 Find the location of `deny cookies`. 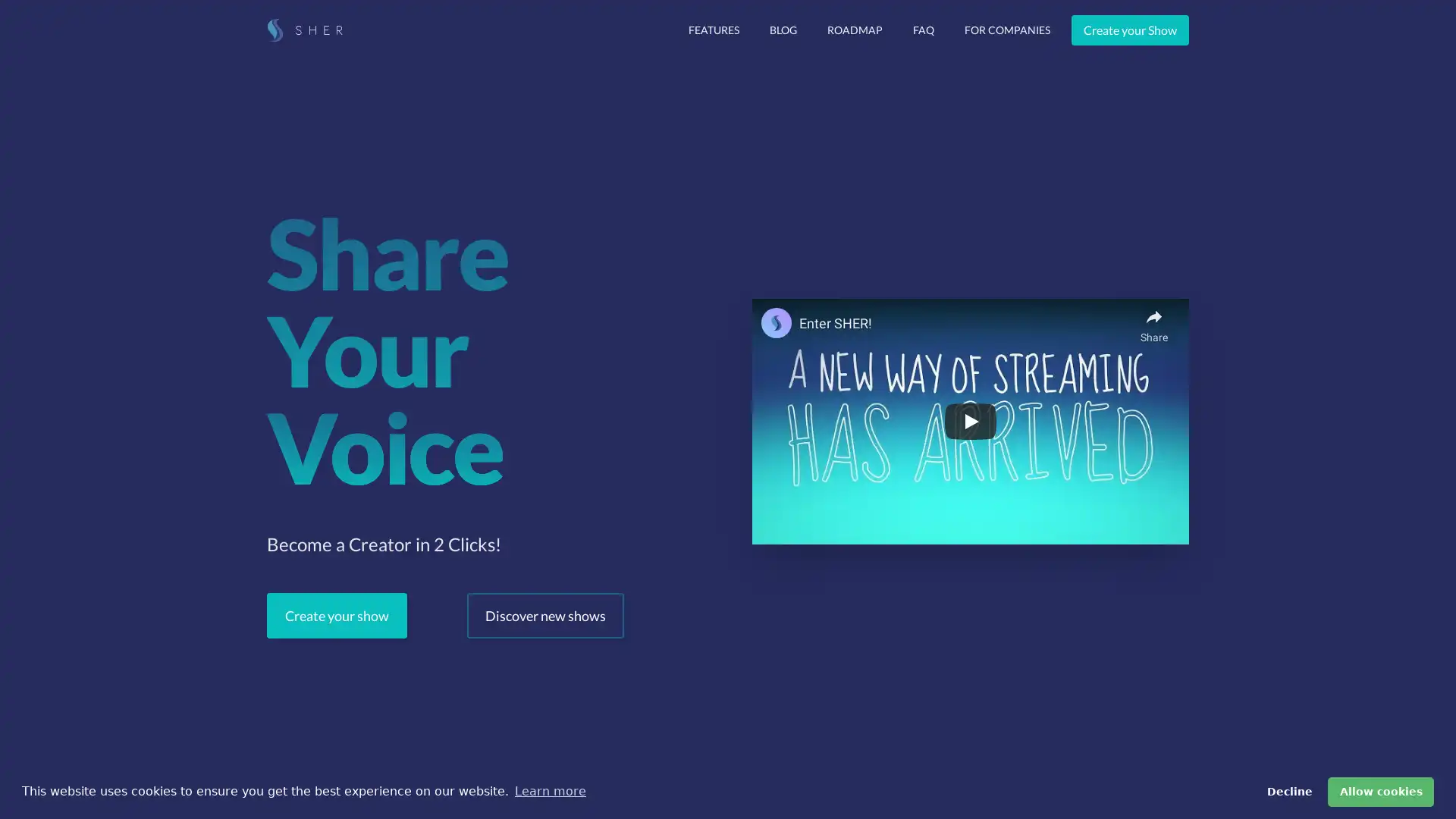

deny cookies is located at coordinates (1288, 791).